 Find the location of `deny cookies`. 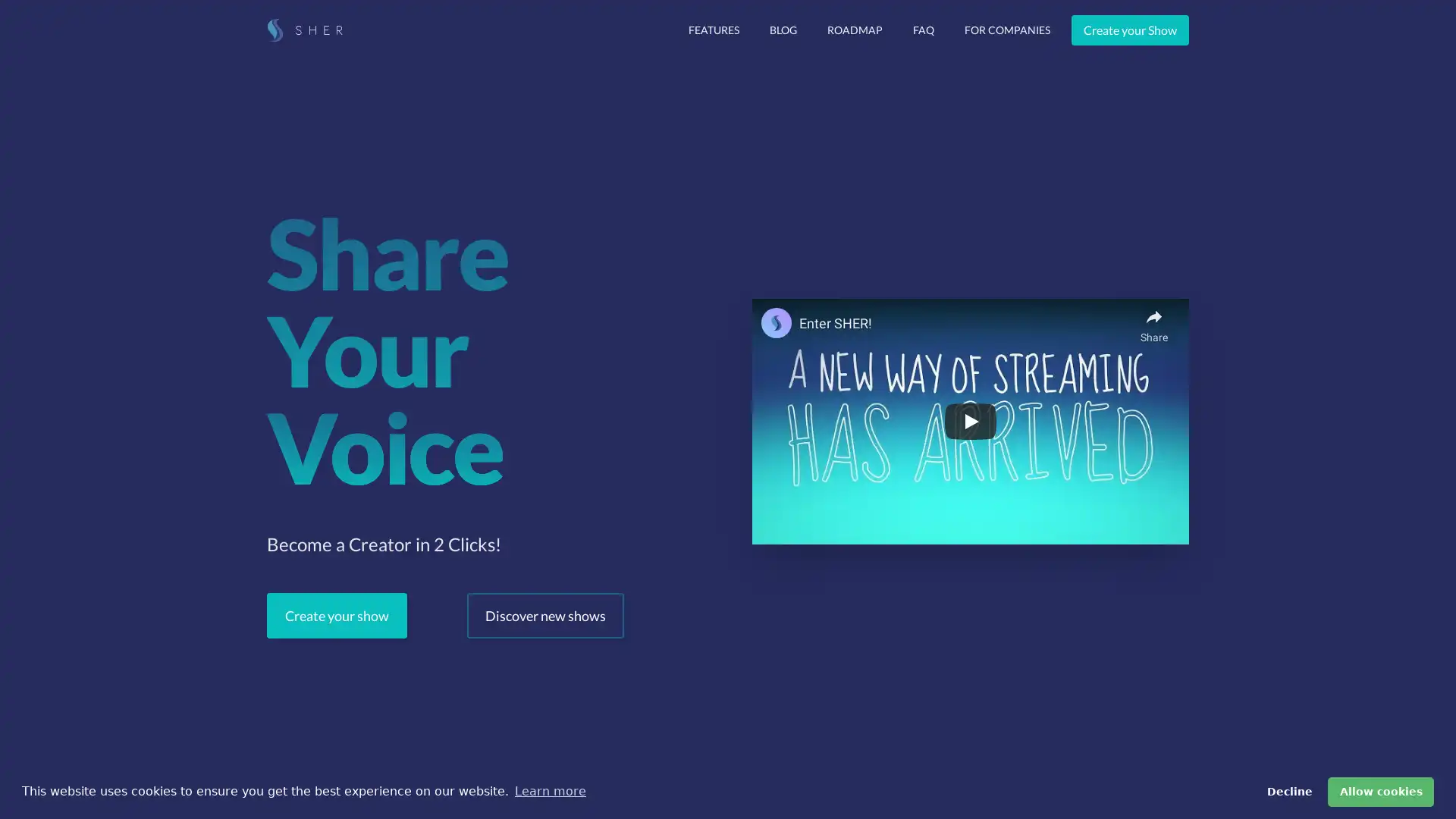

deny cookies is located at coordinates (1288, 791).